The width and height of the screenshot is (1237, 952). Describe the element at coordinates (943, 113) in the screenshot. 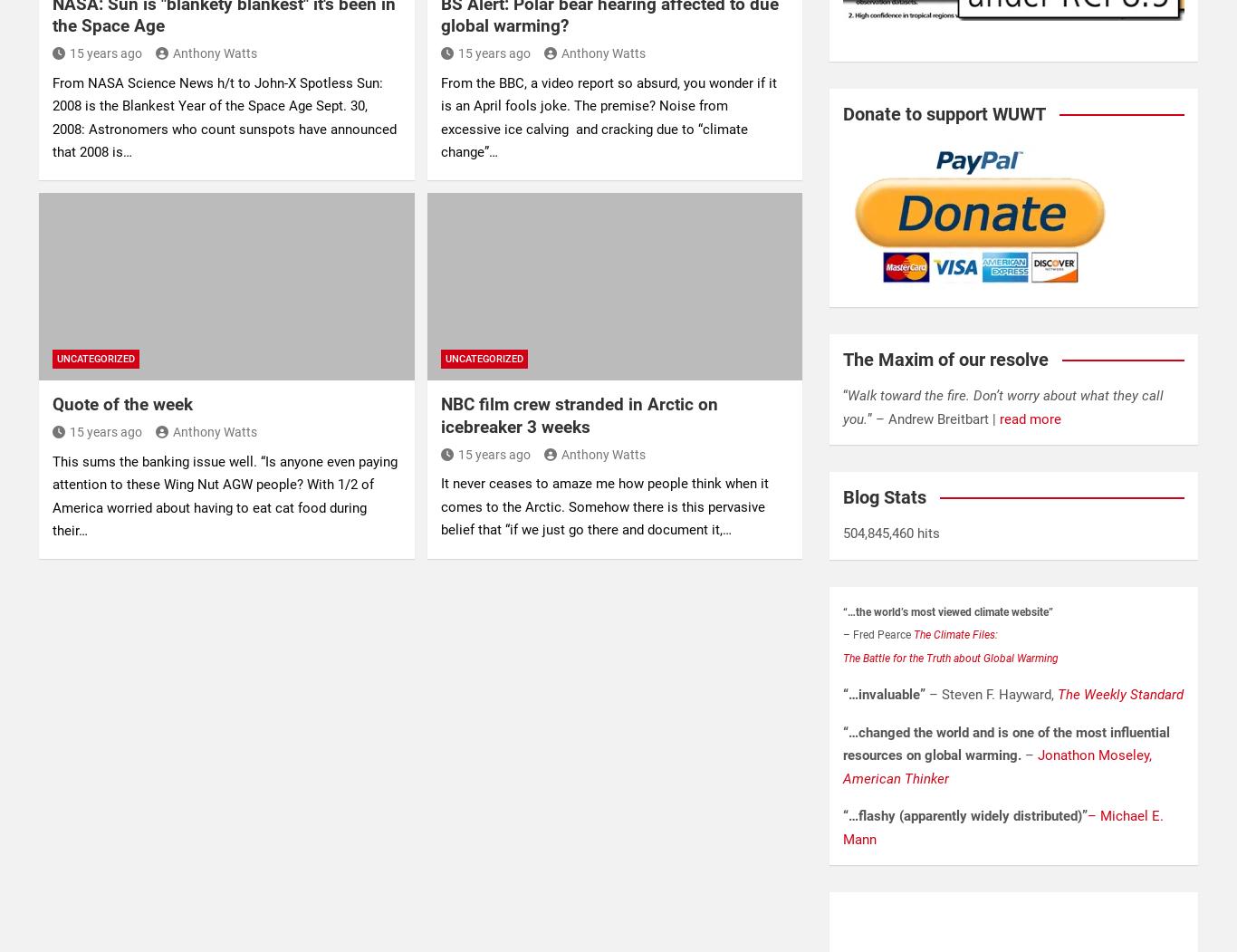

I see `'Donate to support WUWT'` at that location.